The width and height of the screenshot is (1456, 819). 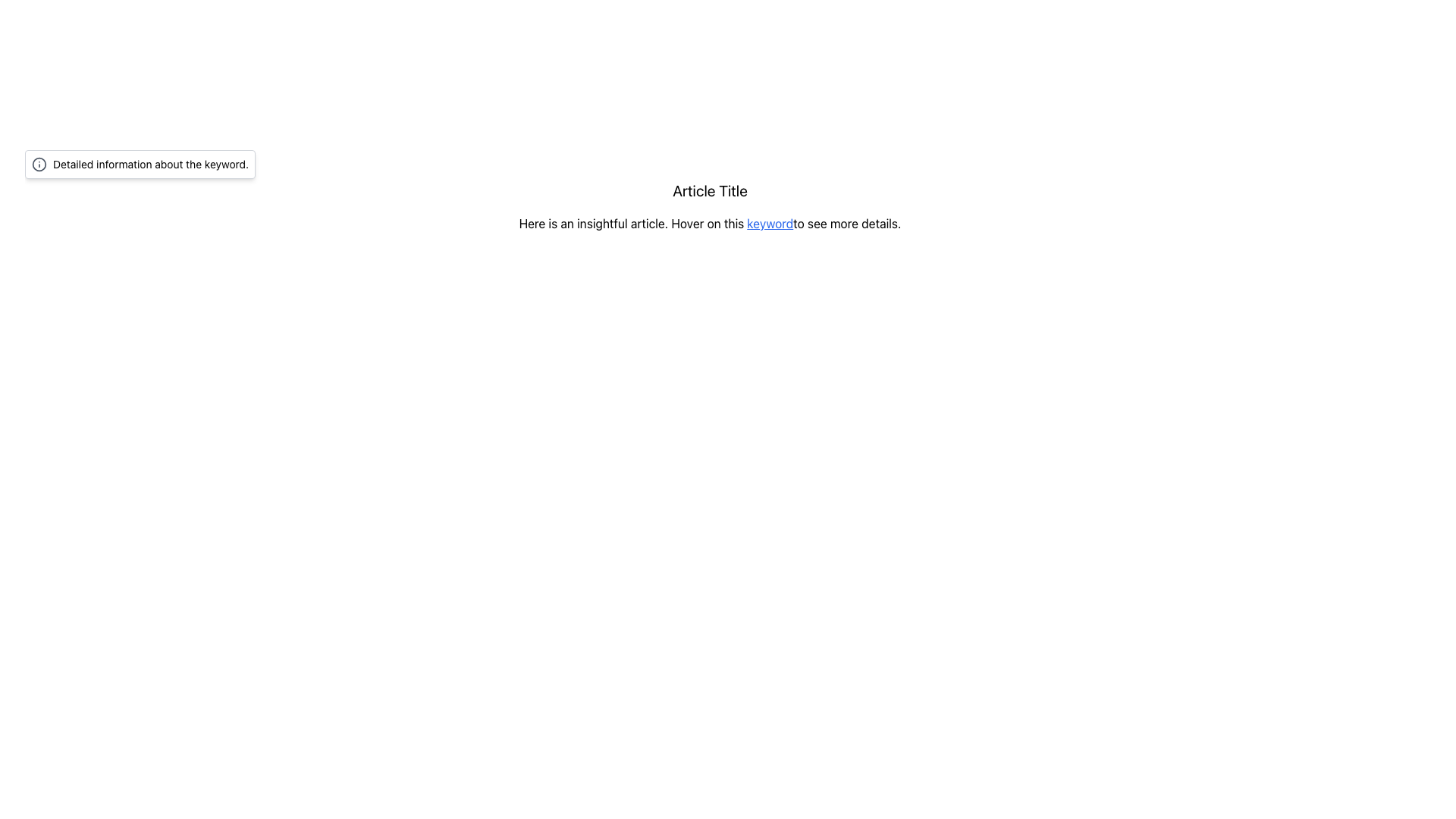 What do you see at coordinates (709, 190) in the screenshot?
I see `the headline text element that indicates the subject or main focus of the content section` at bounding box center [709, 190].